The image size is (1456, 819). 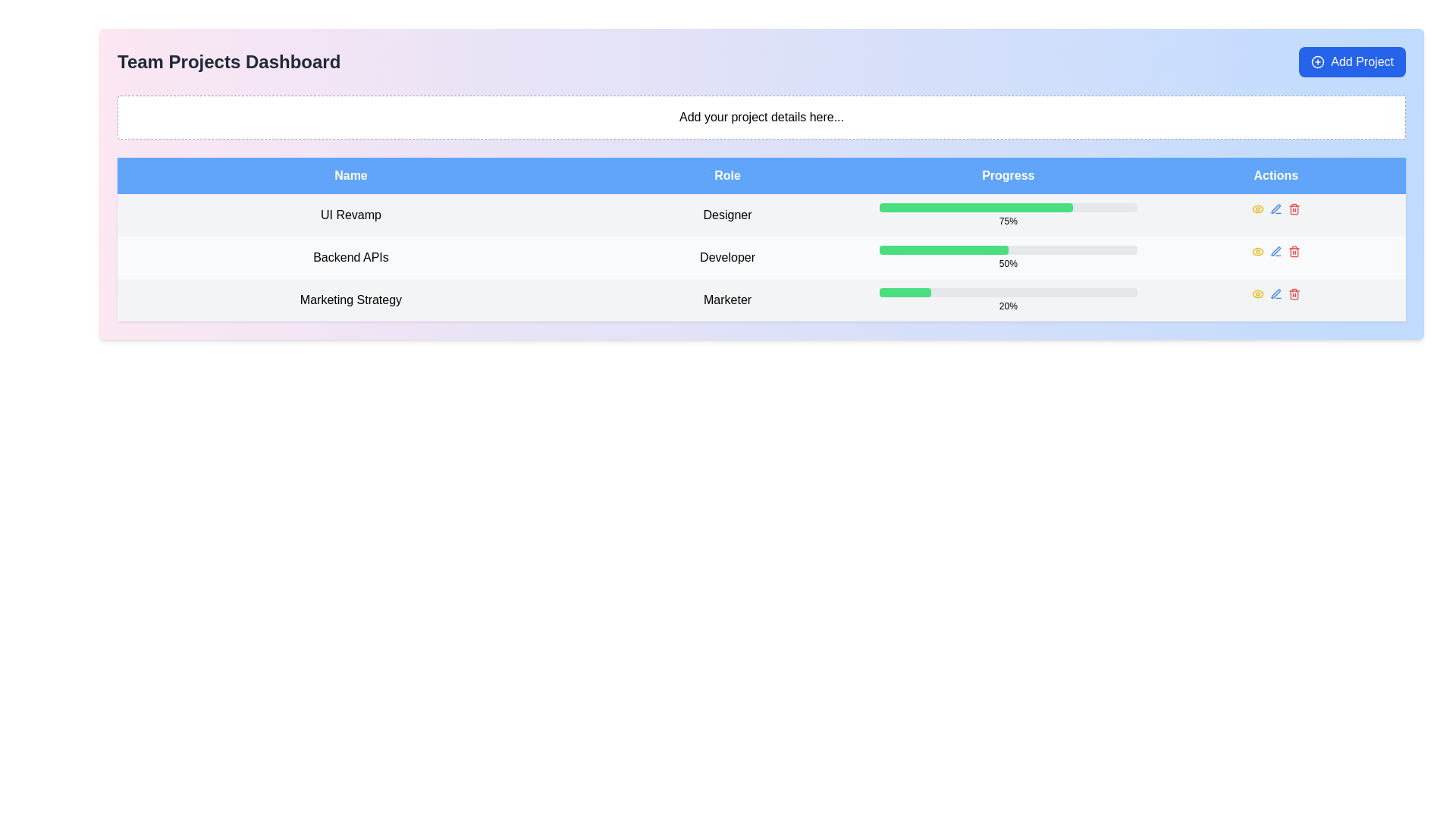 What do you see at coordinates (1008, 221) in the screenshot?
I see `value displayed in the text label that indicates the percentage progress, located directly beneath the green filled portion of the progress bar in the 'Progress' column of the 'Designer' row in the table` at bounding box center [1008, 221].